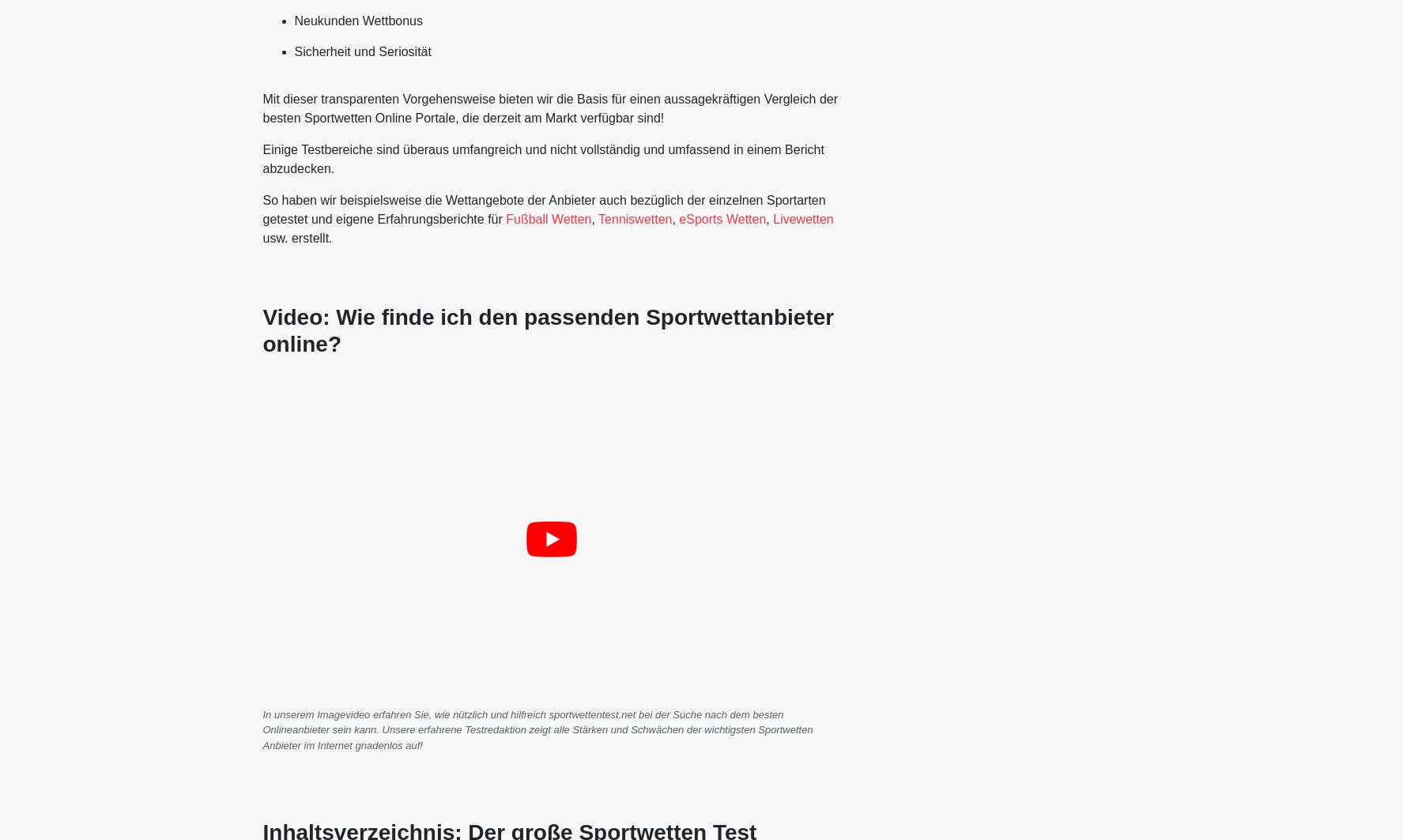 The width and height of the screenshot is (1403, 840). I want to click on 'Einige Testbereiche sind überaus umfangreich und nicht vollständig und umfassend in einem Bericht abzudecken.', so click(541, 159).